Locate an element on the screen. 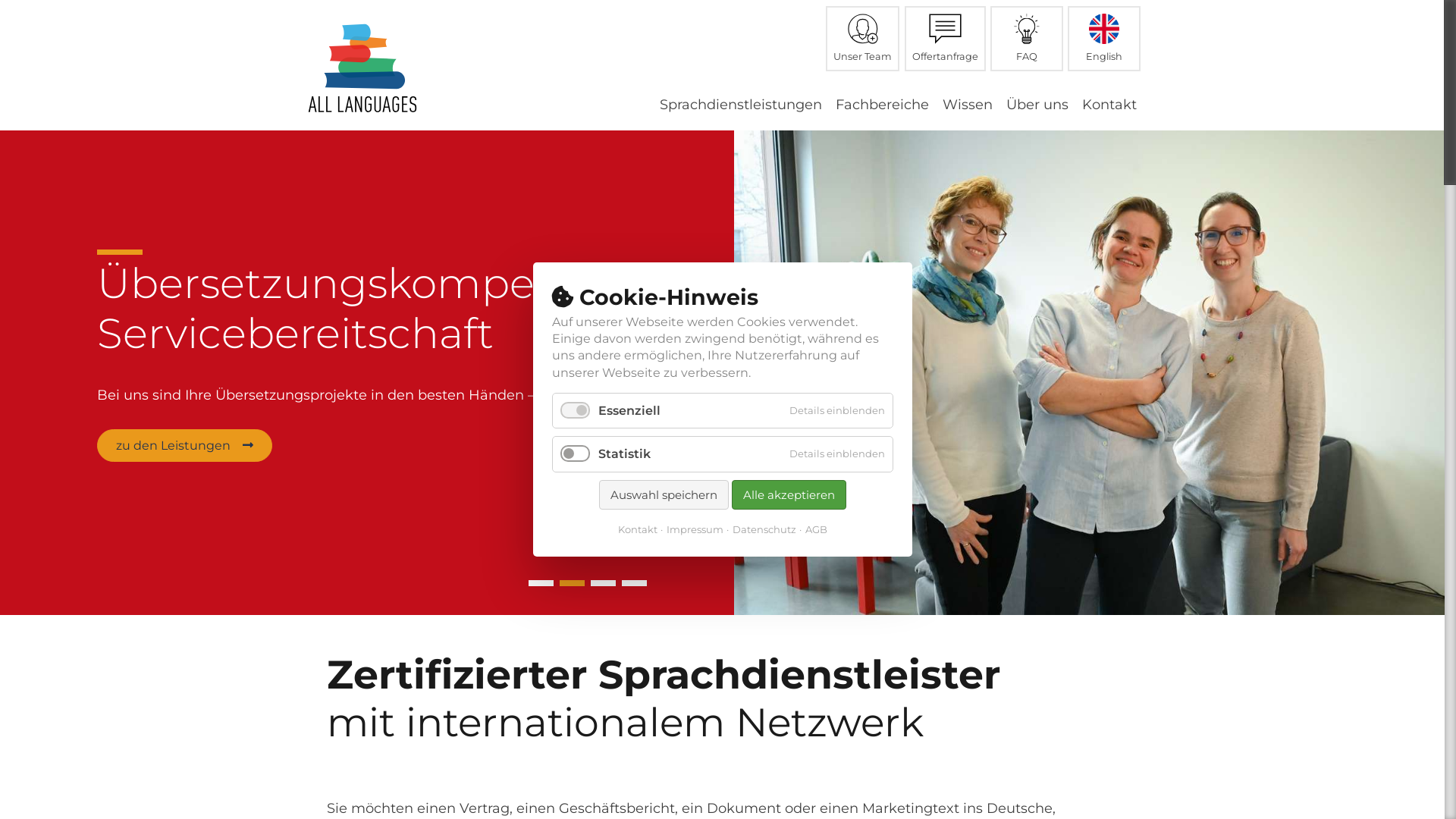 This screenshot has width=1456, height=819. 'Fachbereiche' is located at coordinates (882, 106).